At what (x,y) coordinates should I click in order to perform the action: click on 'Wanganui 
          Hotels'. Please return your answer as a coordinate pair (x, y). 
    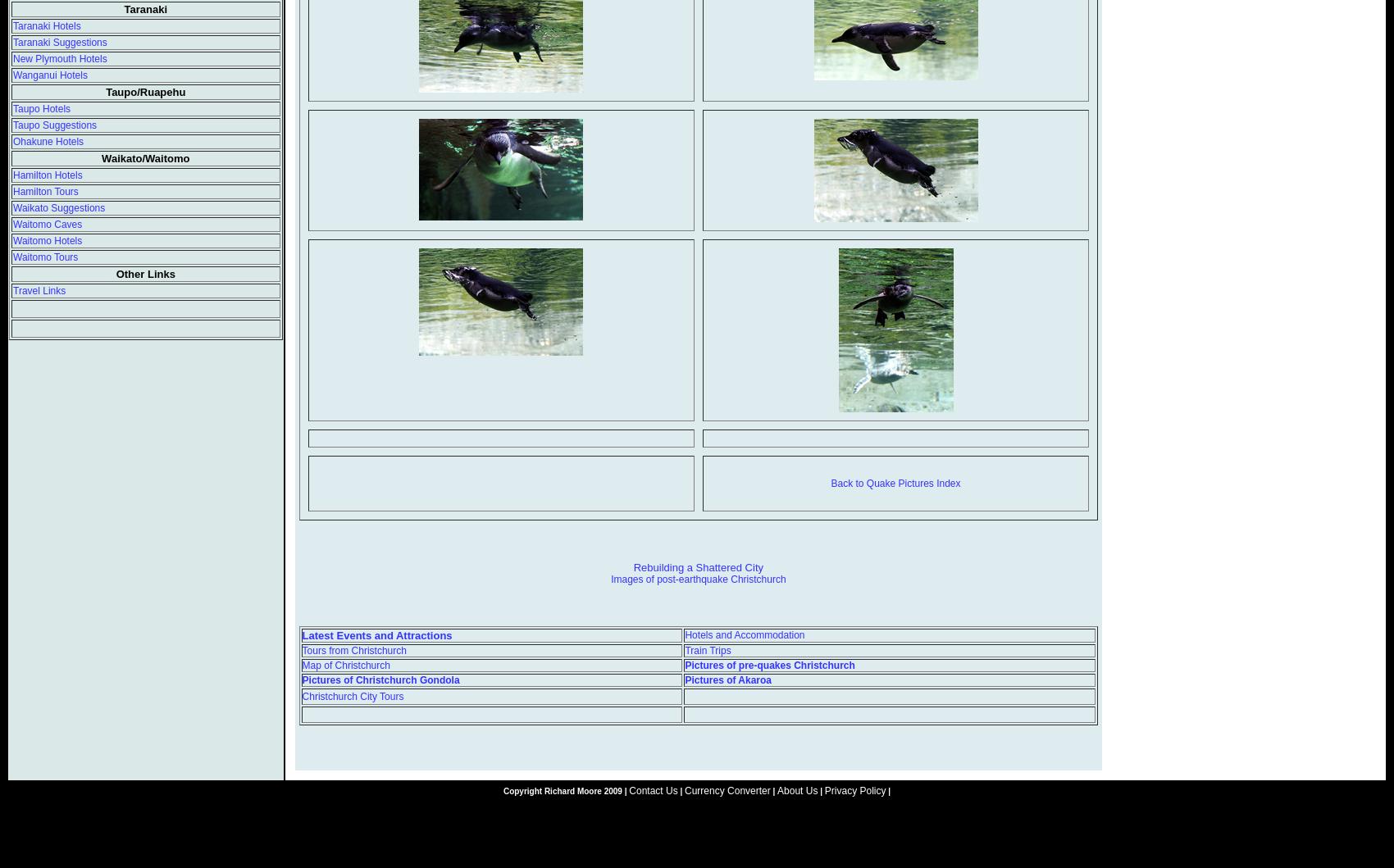
    Looking at the image, I should click on (12, 75).